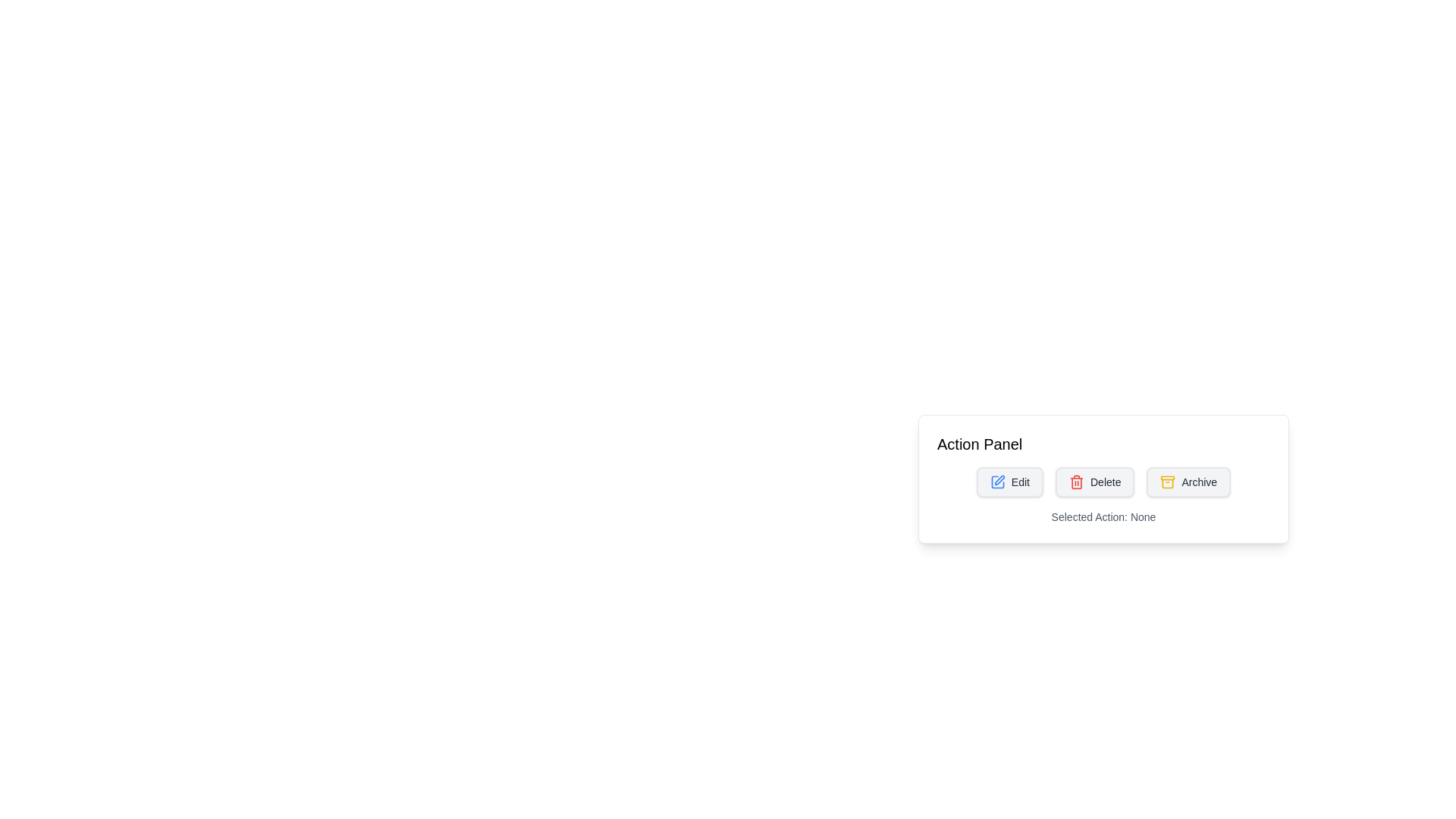 This screenshot has width=1456, height=819. What do you see at coordinates (1009, 482) in the screenshot?
I see `the leftmost button in the Action Panel to initiate the edit functionality, which typically opens a form or makes content fields editable` at bounding box center [1009, 482].